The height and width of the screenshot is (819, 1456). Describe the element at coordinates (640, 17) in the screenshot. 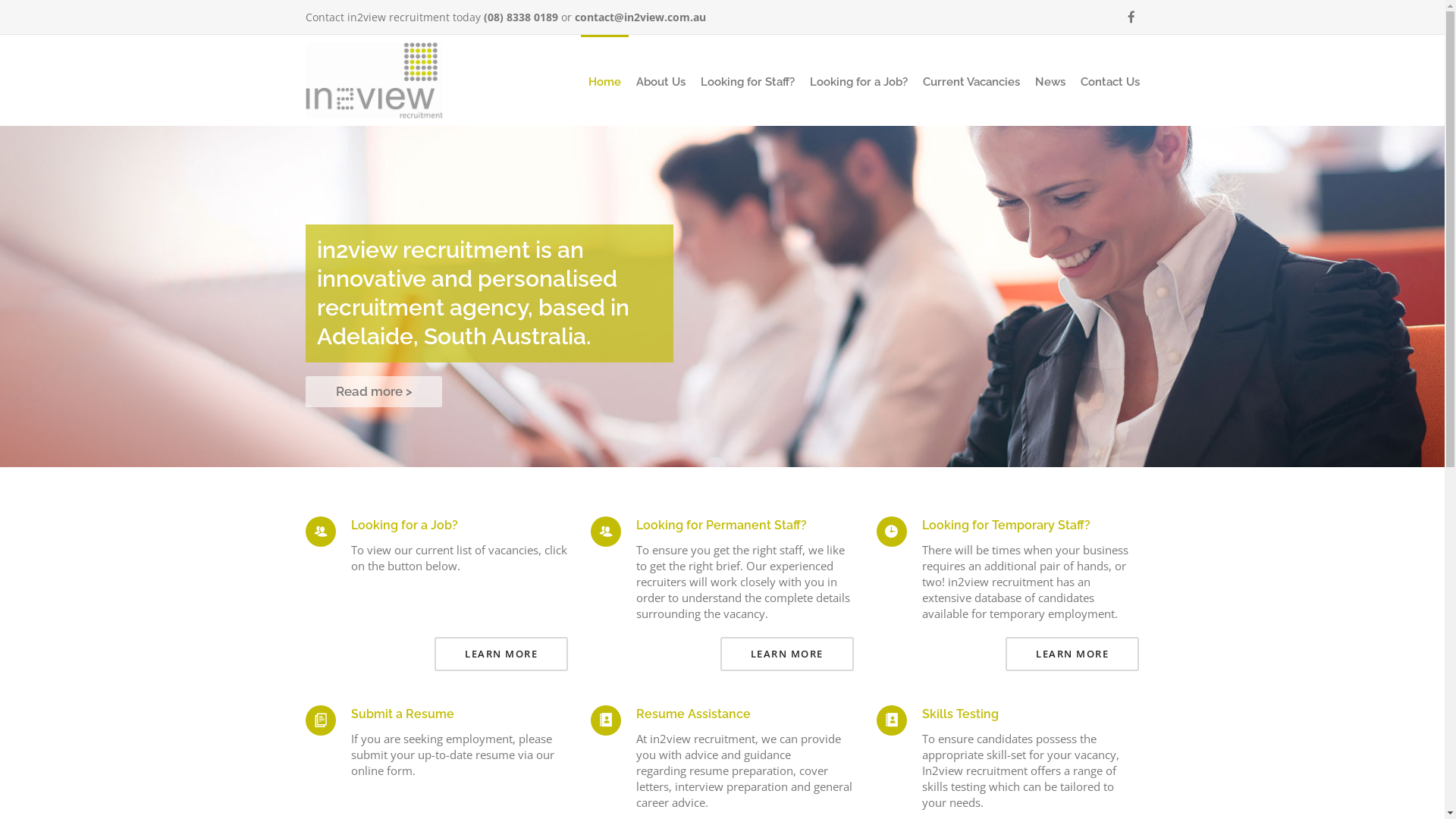

I see `'contact@in2view.com.au'` at that location.